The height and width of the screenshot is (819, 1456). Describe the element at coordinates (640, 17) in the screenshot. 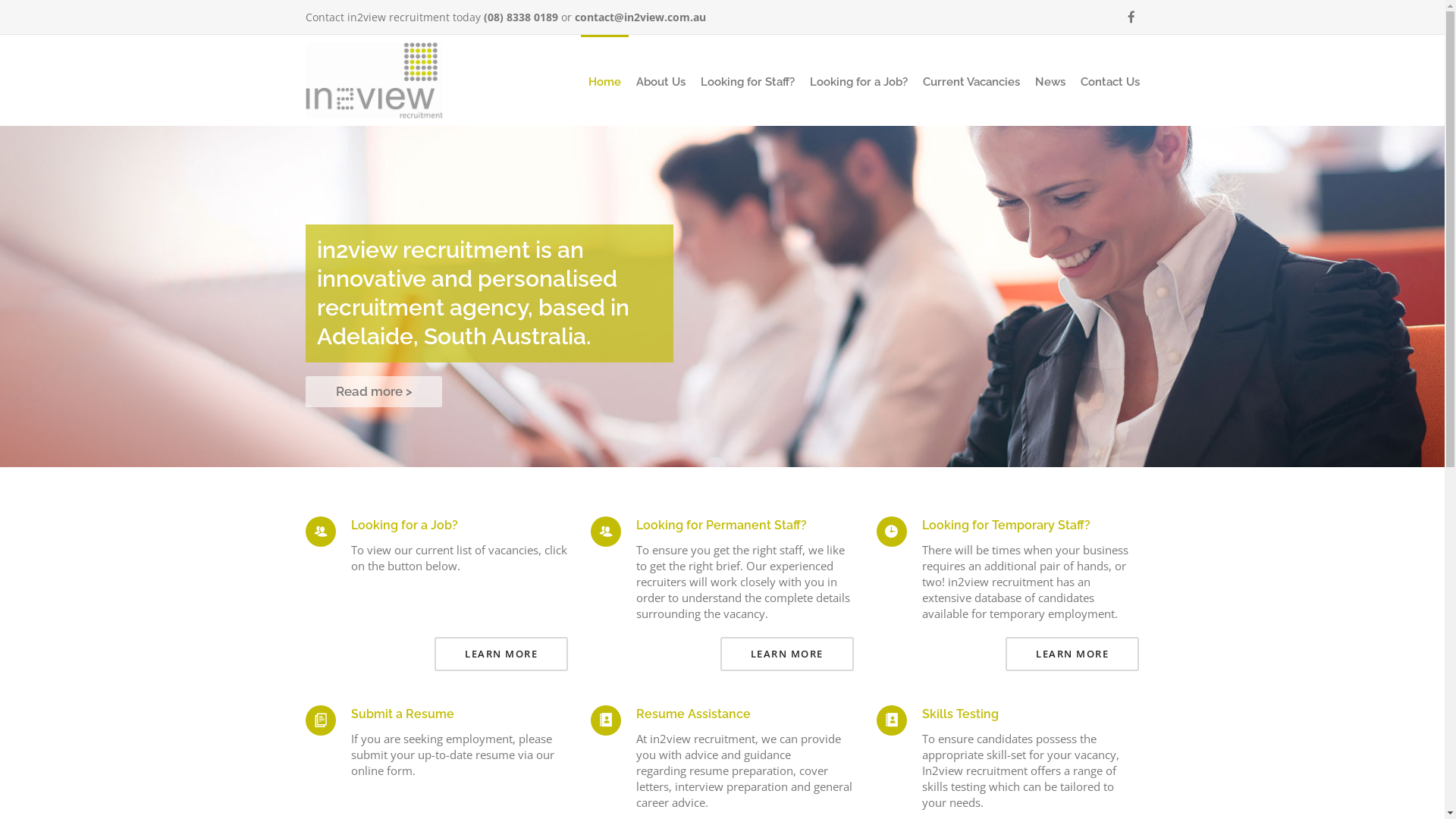

I see `'contact@in2view.com.au'` at that location.